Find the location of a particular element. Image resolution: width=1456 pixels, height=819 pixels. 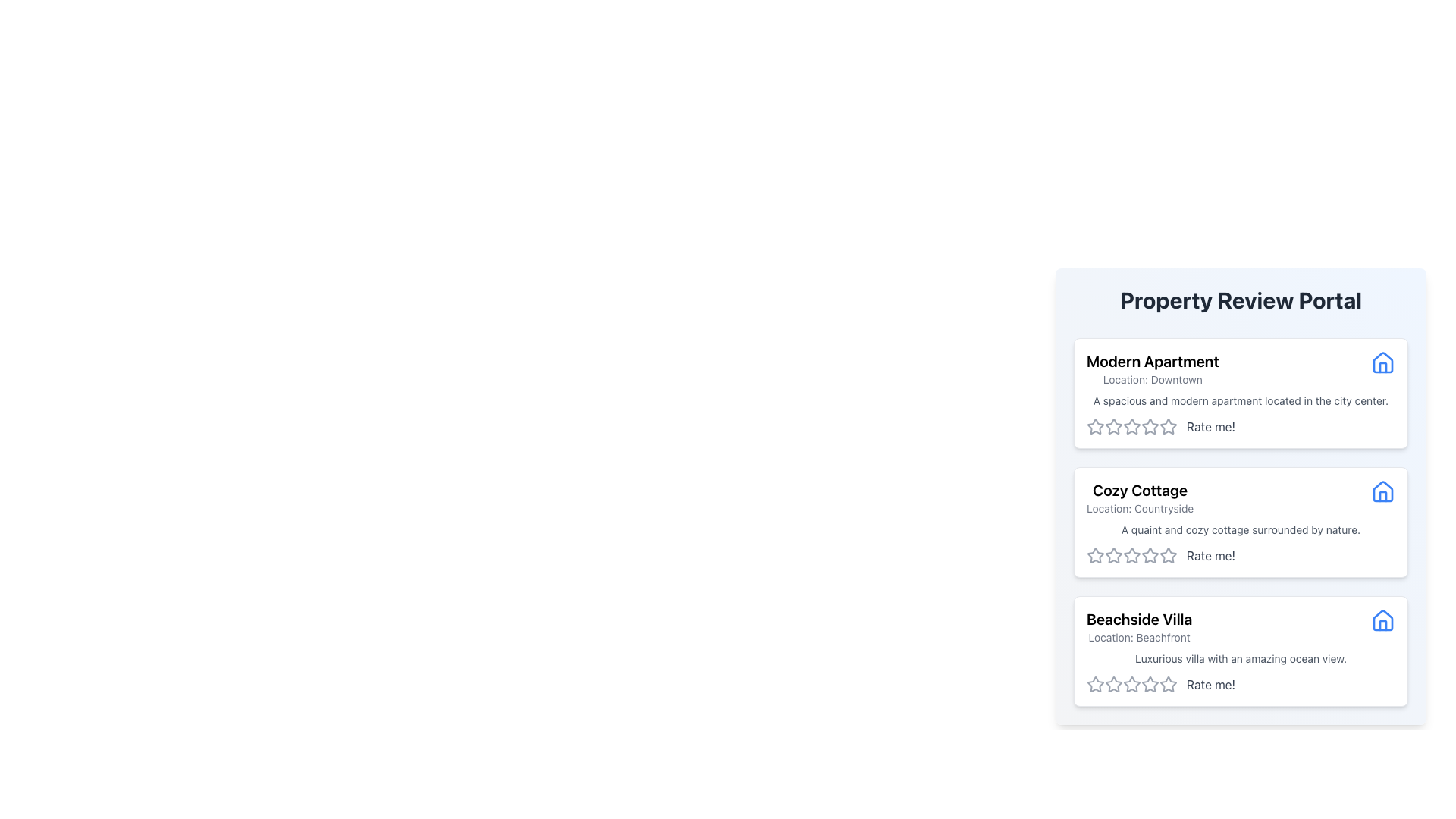

the first star in the rating system located below the description of the 'Modern Apartment' property is located at coordinates (1113, 426).